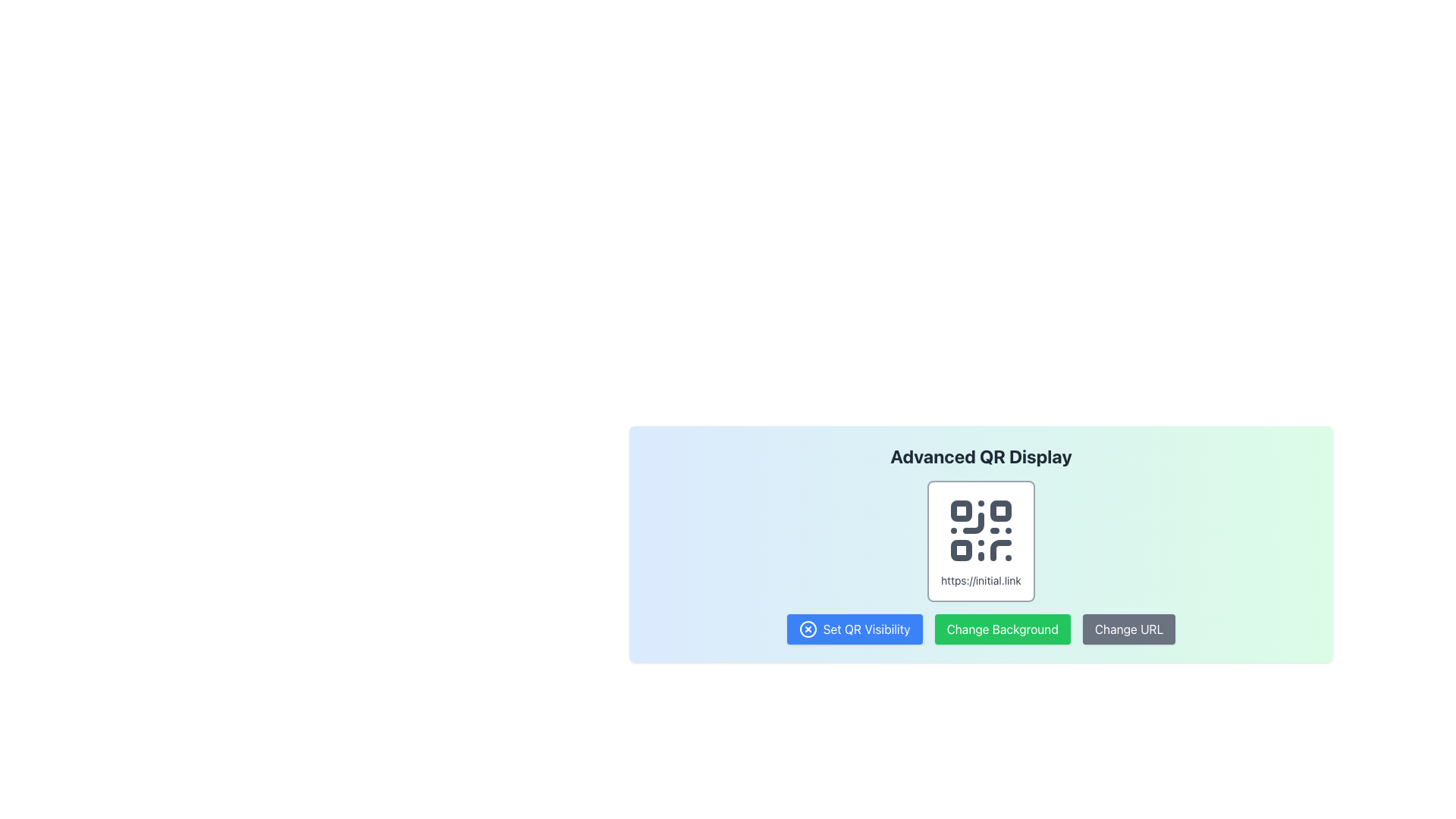 The image size is (1456, 819). What do you see at coordinates (1001, 511) in the screenshot?
I see `the second small square in the top-right corner of the QR code graphic` at bounding box center [1001, 511].